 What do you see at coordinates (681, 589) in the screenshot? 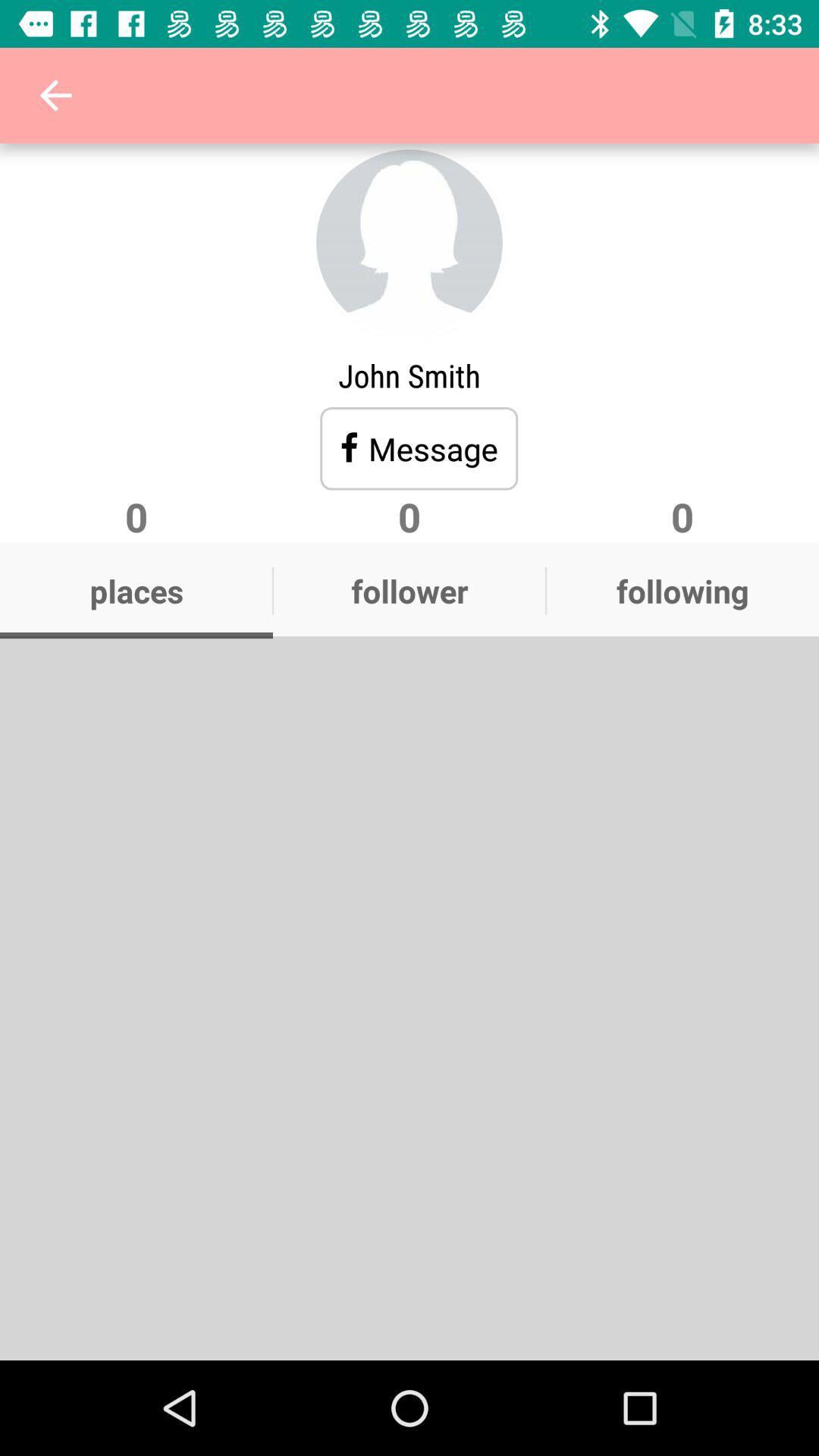
I see `the text following` at bounding box center [681, 589].